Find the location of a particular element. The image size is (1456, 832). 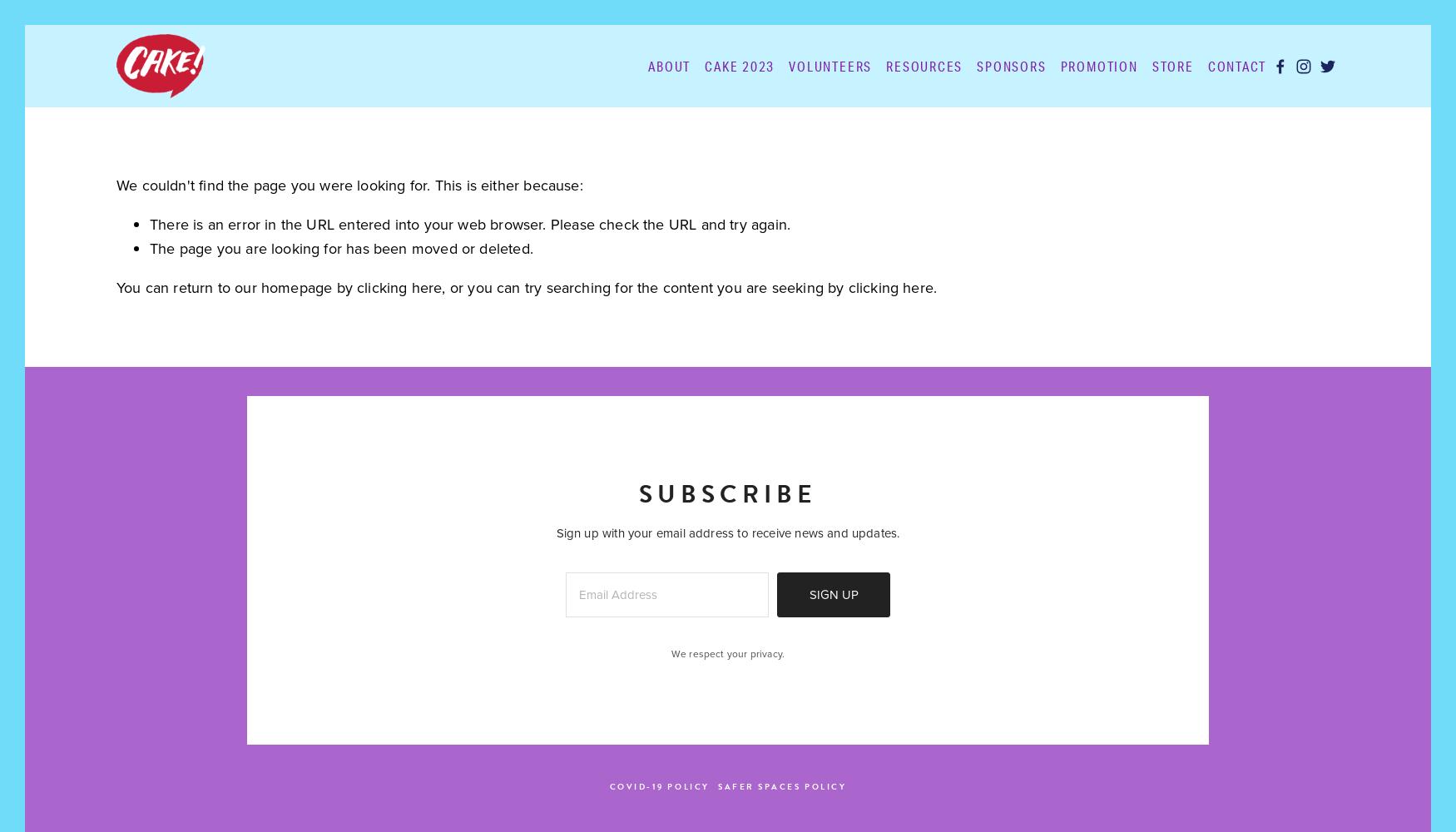

'Resources' is located at coordinates (924, 64).